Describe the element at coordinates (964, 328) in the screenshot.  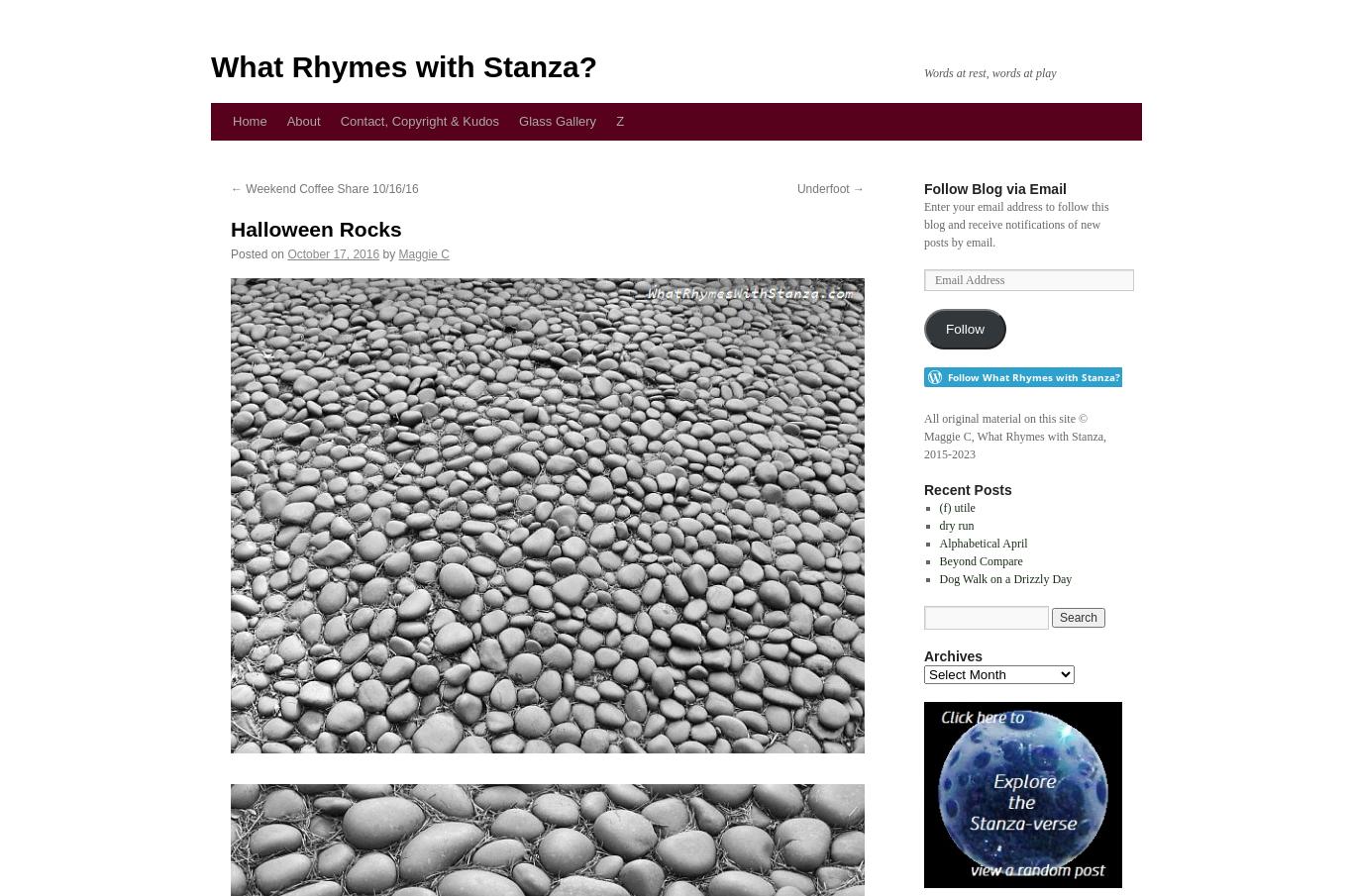
I see `'Follow'` at that location.